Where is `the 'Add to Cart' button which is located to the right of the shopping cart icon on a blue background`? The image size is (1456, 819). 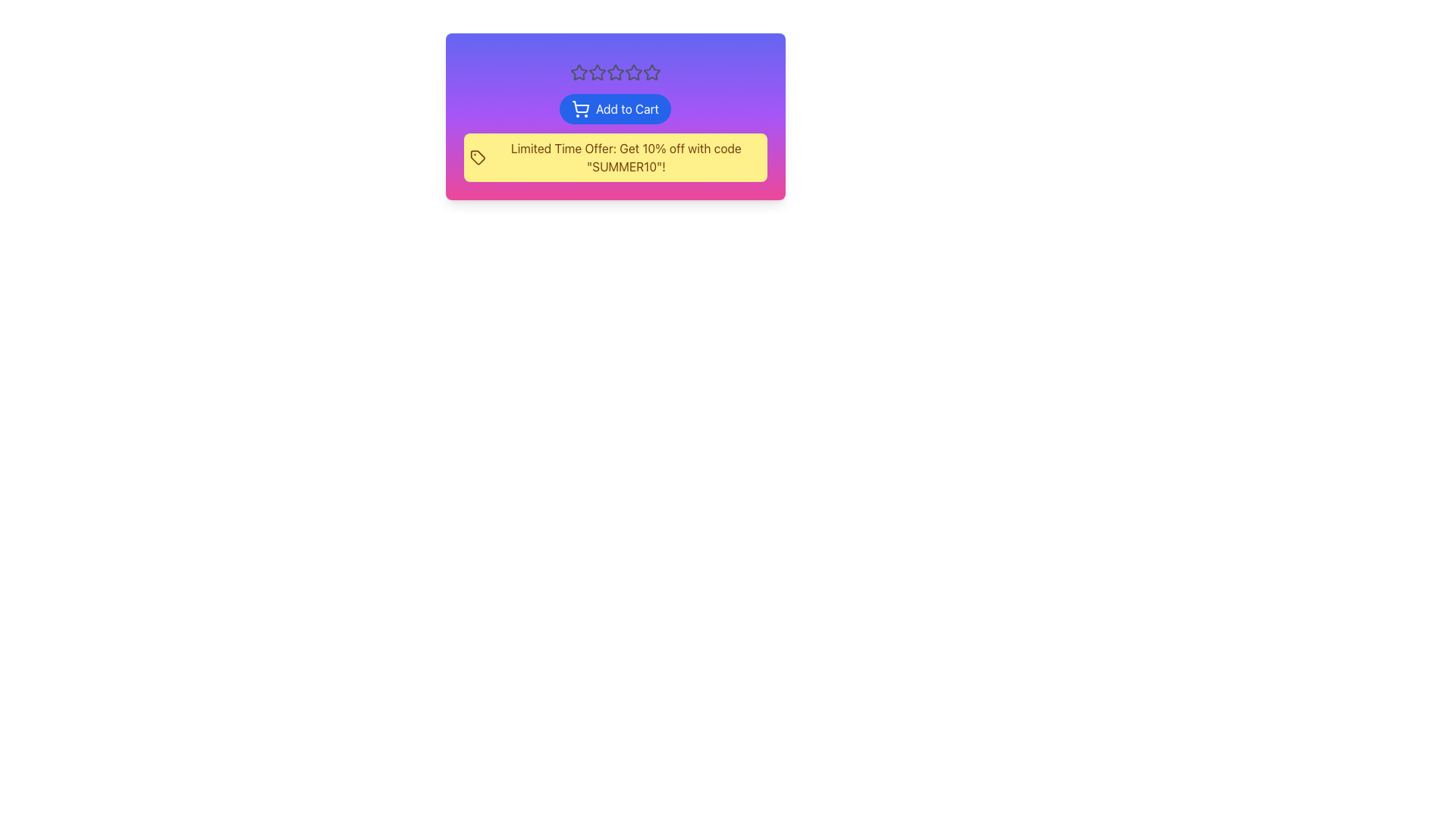 the 'Add to Cart' button which is located to the right of the shopping cart icon on a blue background is located at coordinates (579, 108).